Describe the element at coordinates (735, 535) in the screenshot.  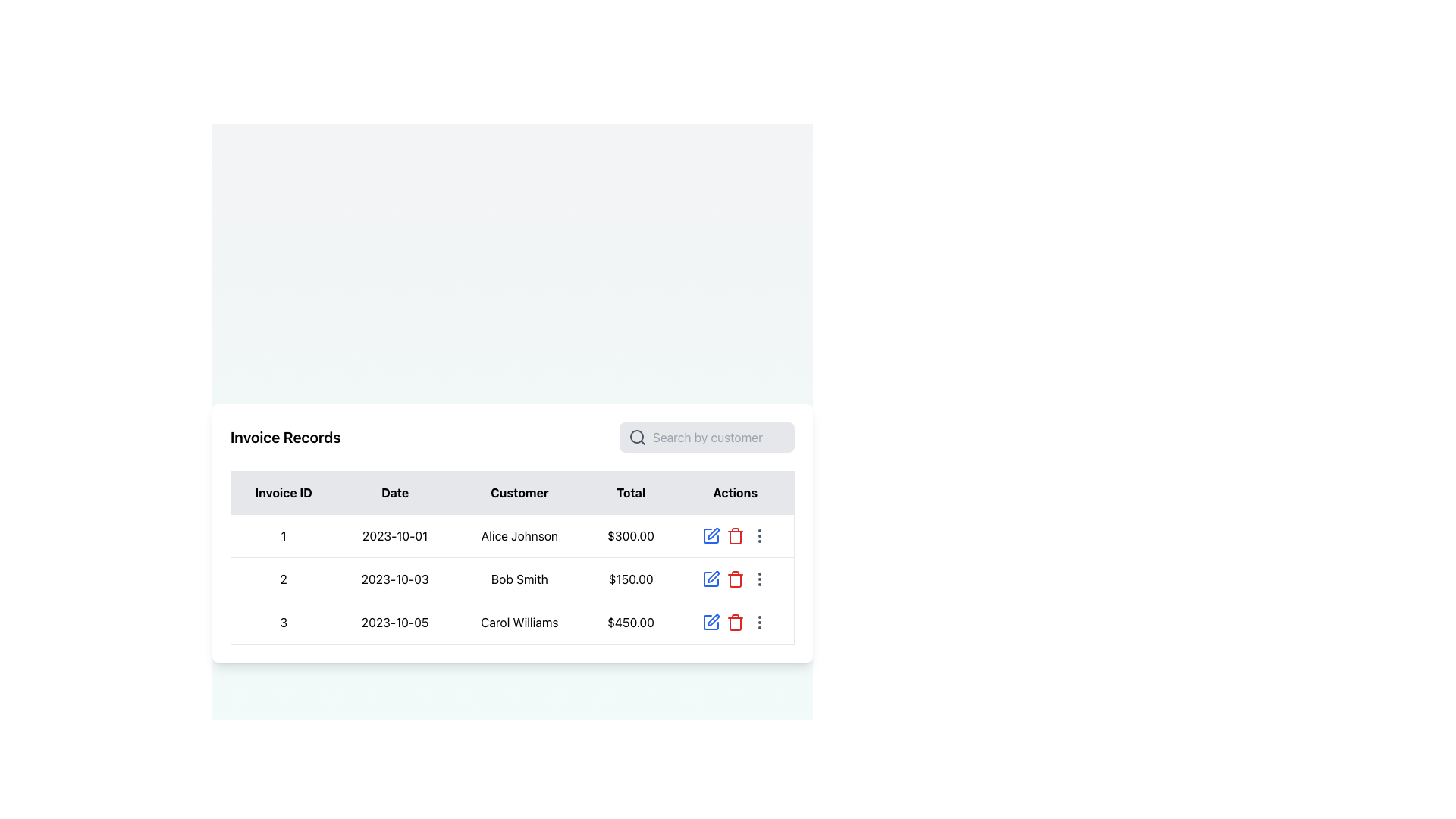
I see `the delete button for the row associated with the customer named 'Bob Smith' to trigger a hover effect` at that location.